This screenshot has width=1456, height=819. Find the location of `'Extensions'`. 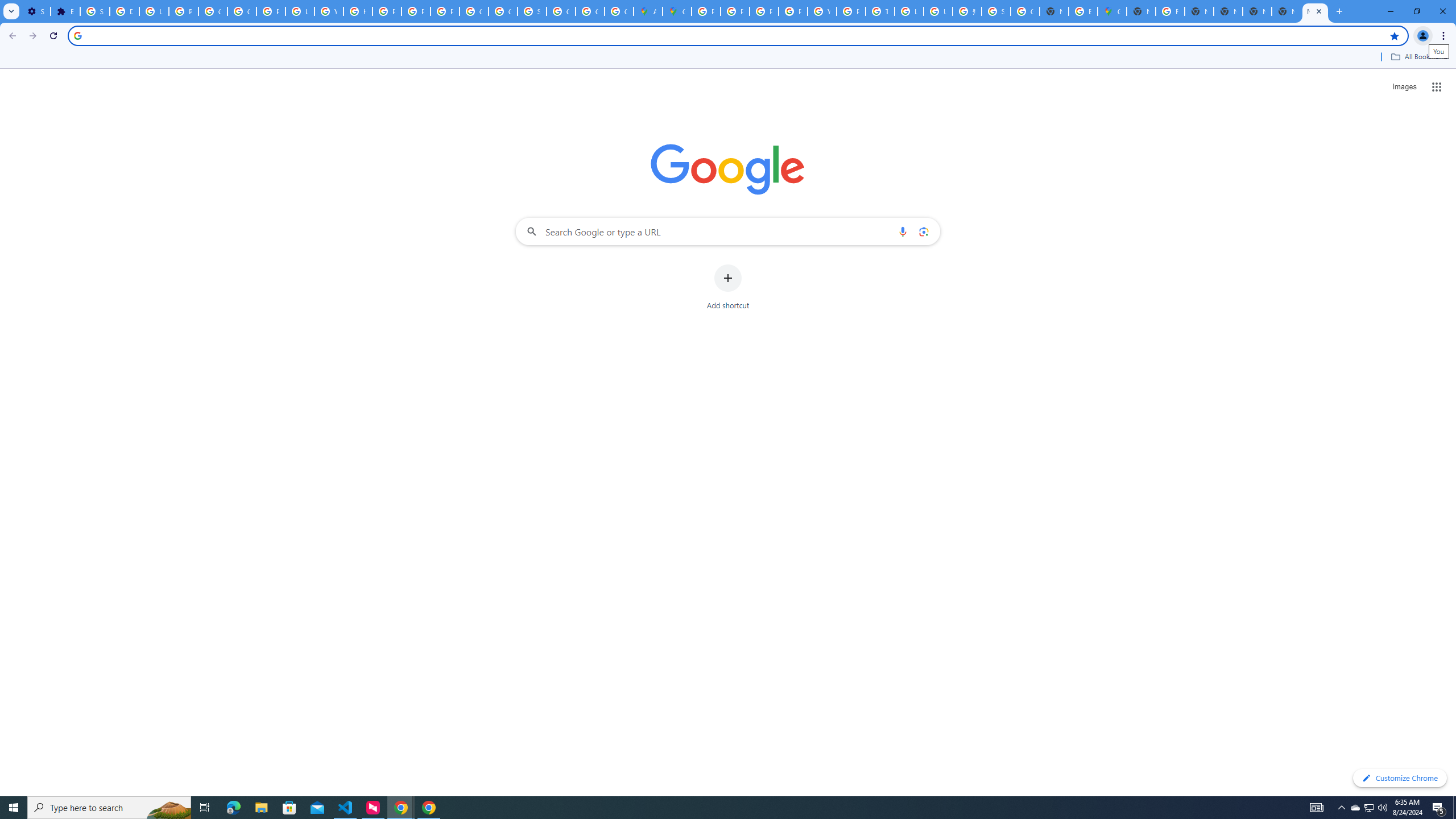

'Extensions' is located at coordinates (65, 11).